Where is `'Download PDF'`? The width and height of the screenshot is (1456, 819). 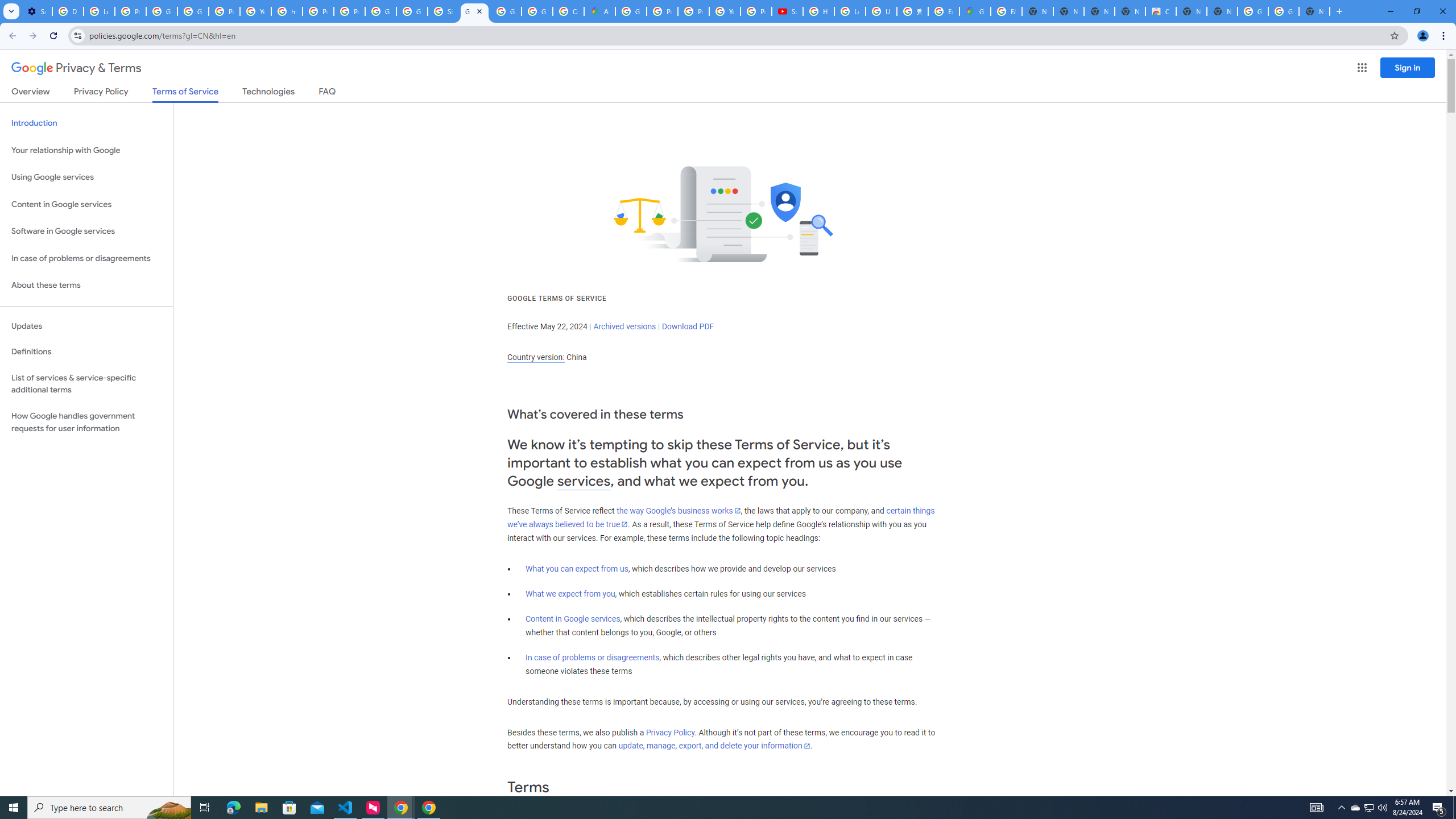 'Download PDF' is located at coordinates (687, 325).